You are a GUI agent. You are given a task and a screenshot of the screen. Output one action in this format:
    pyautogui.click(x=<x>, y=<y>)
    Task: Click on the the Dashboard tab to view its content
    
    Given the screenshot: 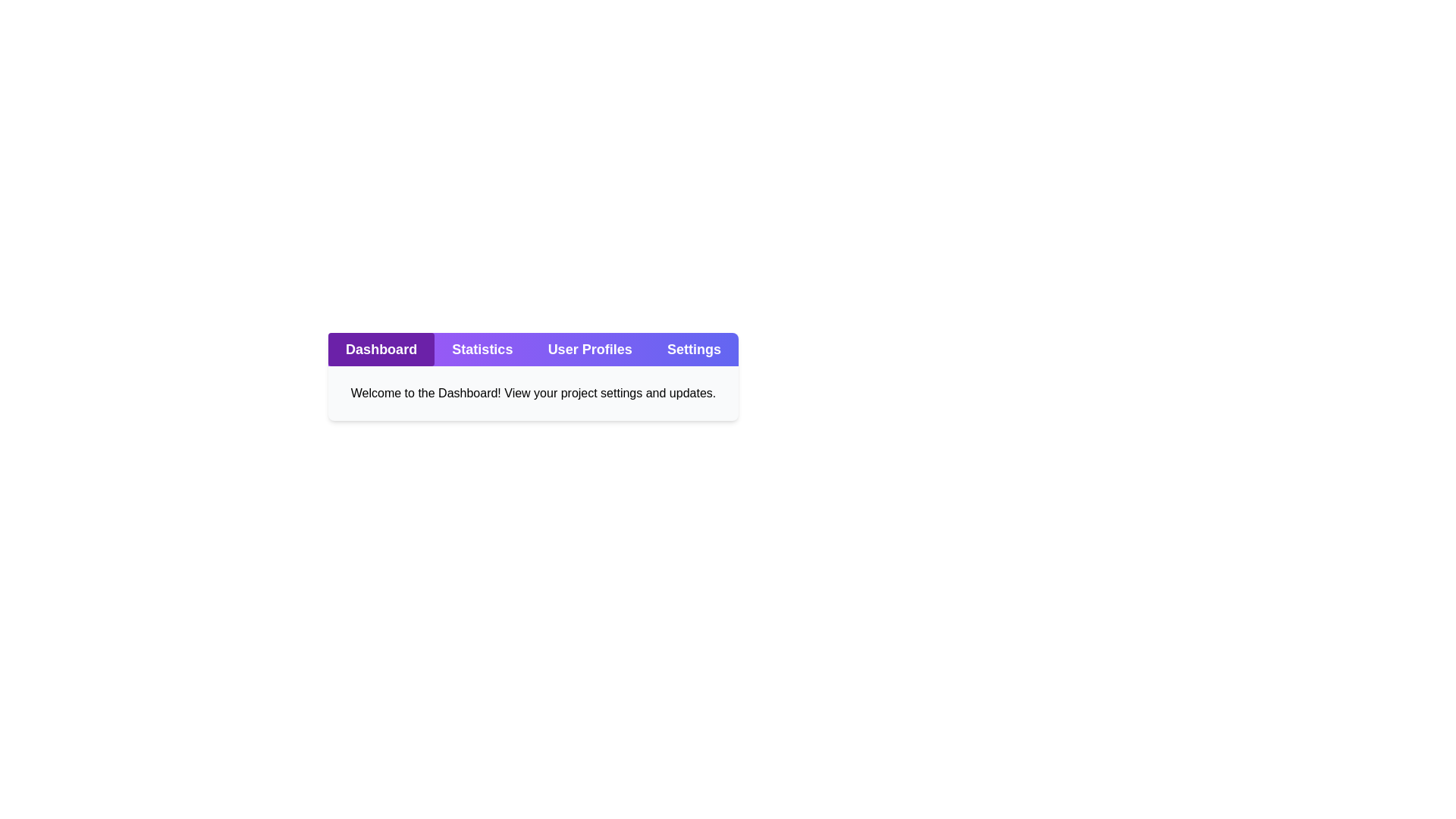 What is the action you would take?
    pyautogui.click(x=381, y=350)
    